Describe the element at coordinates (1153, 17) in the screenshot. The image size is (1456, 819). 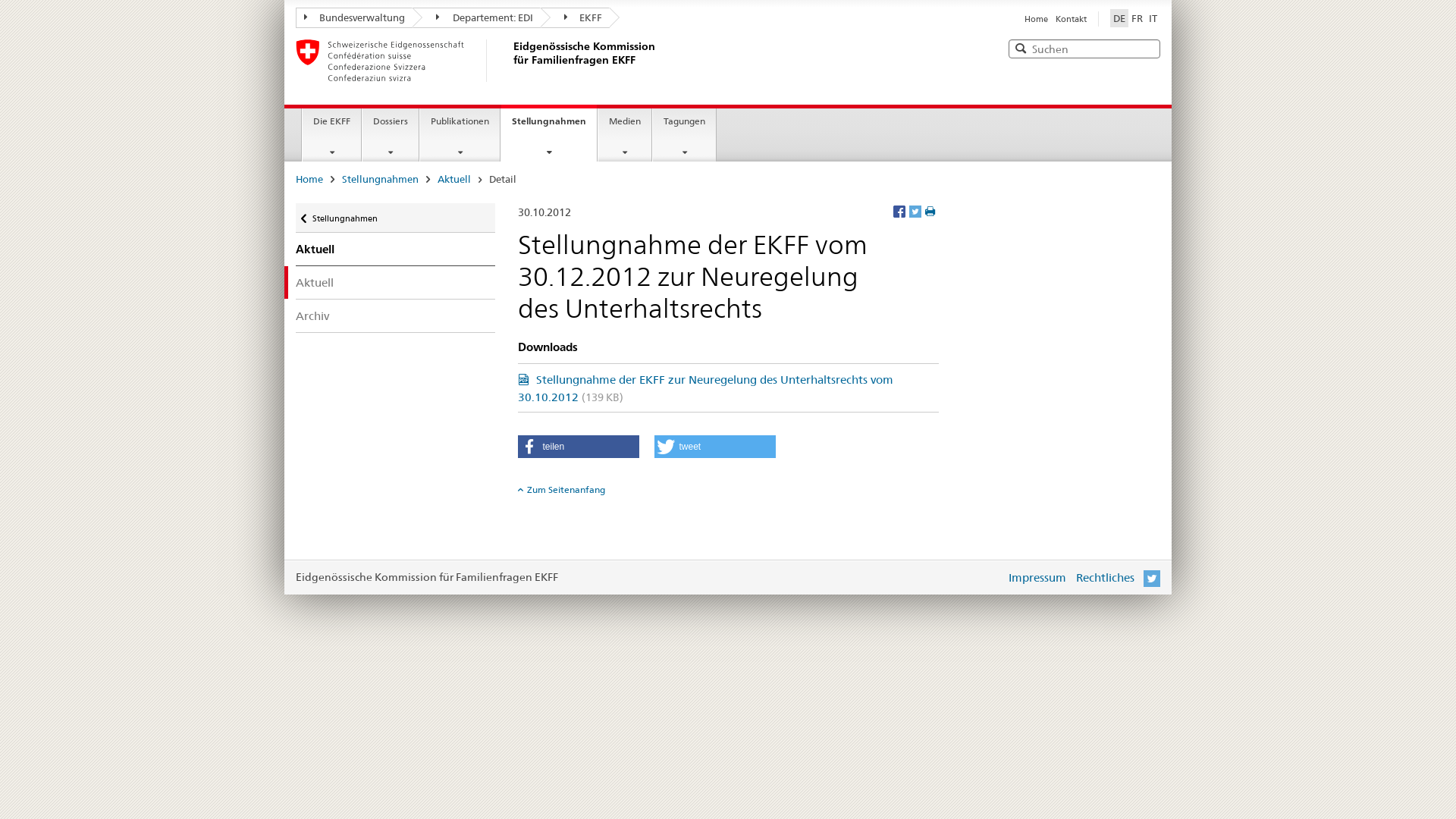
I see `'IT'` at that location.